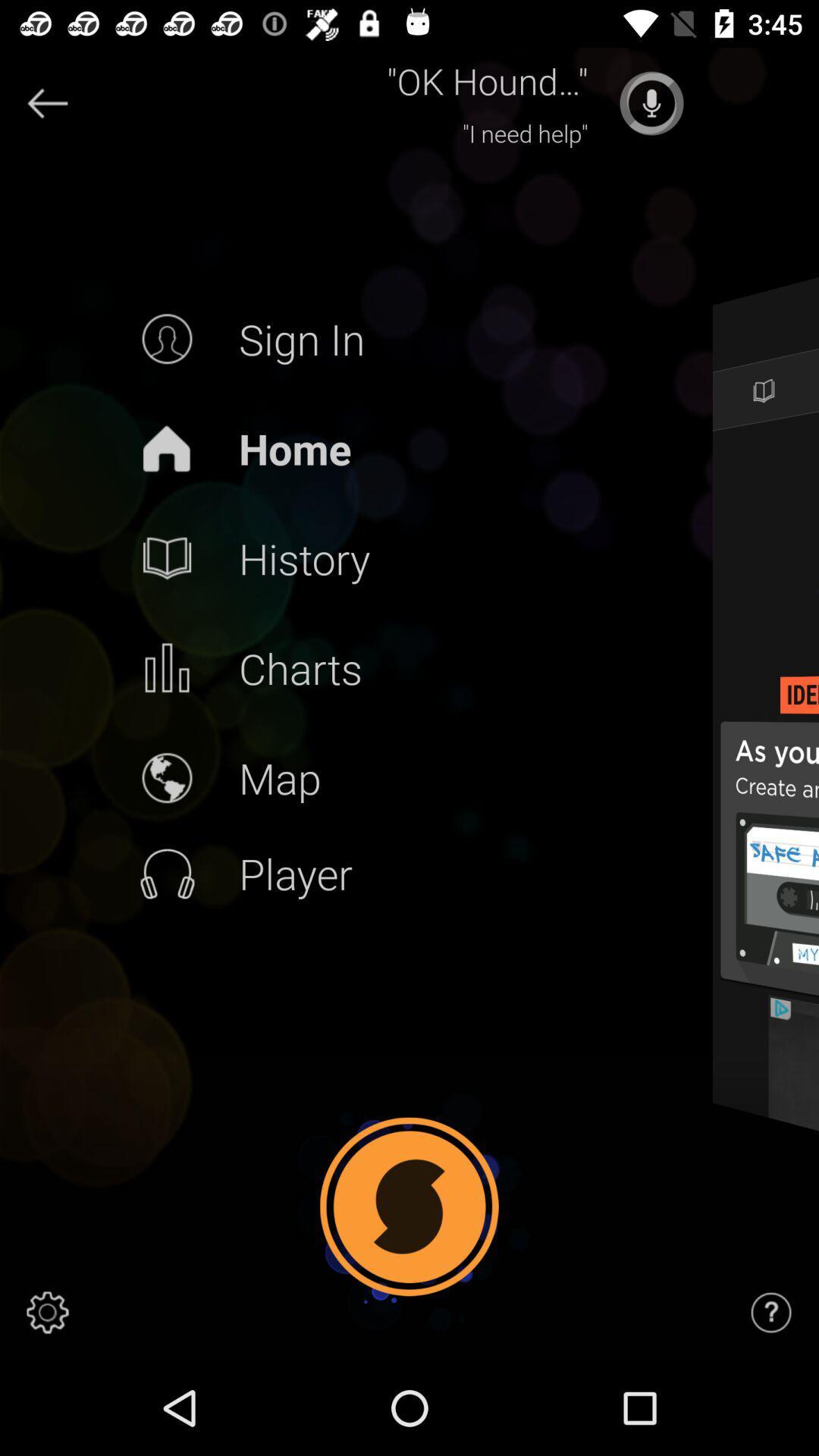 The image size is (819, 1456). Describe the element at coordinates (771, 1312) in the screenshot. I see `open help menu` at that location.